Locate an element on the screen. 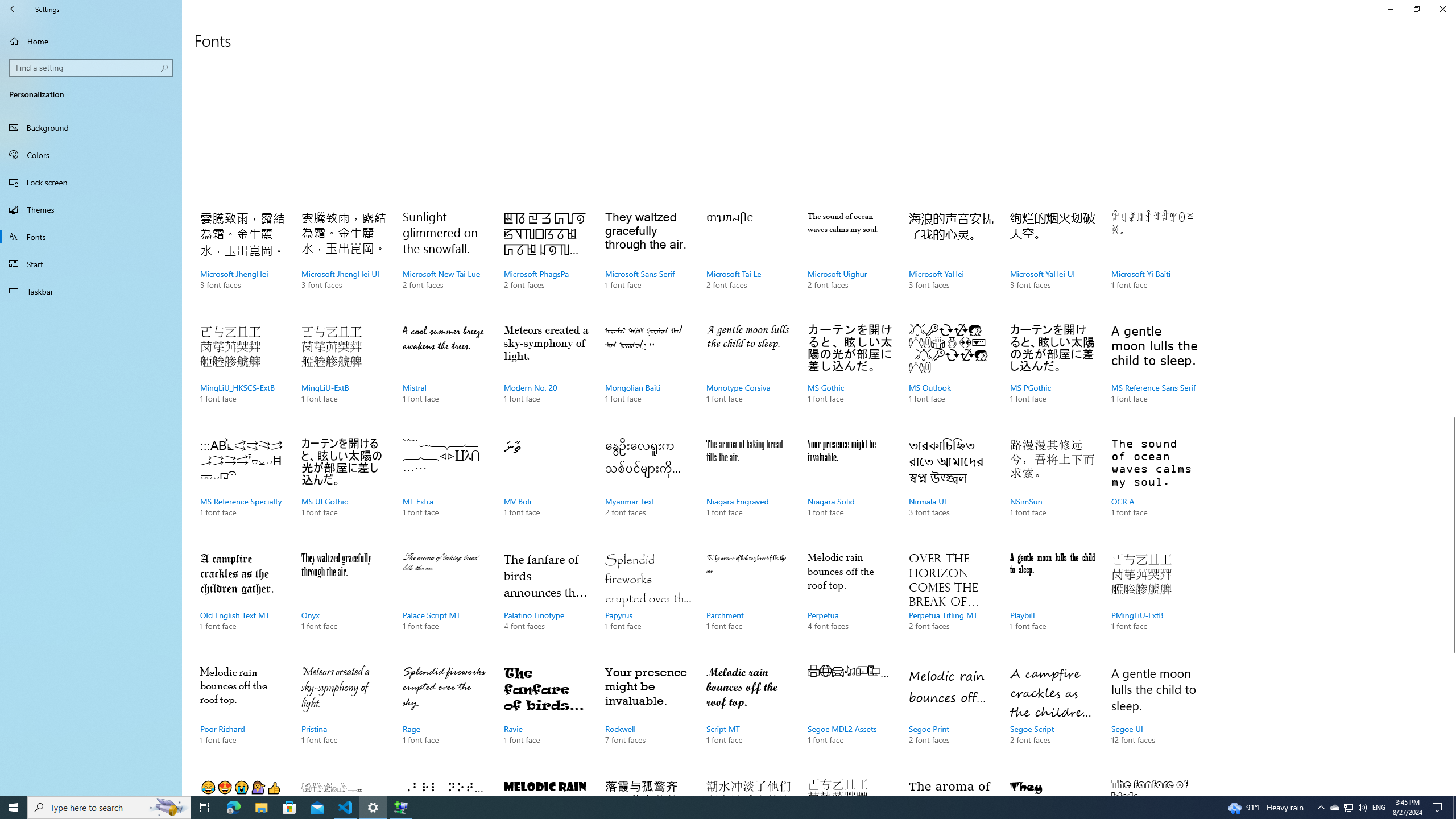  'Rage, 1 font face' is located at coordinates (445, 717).